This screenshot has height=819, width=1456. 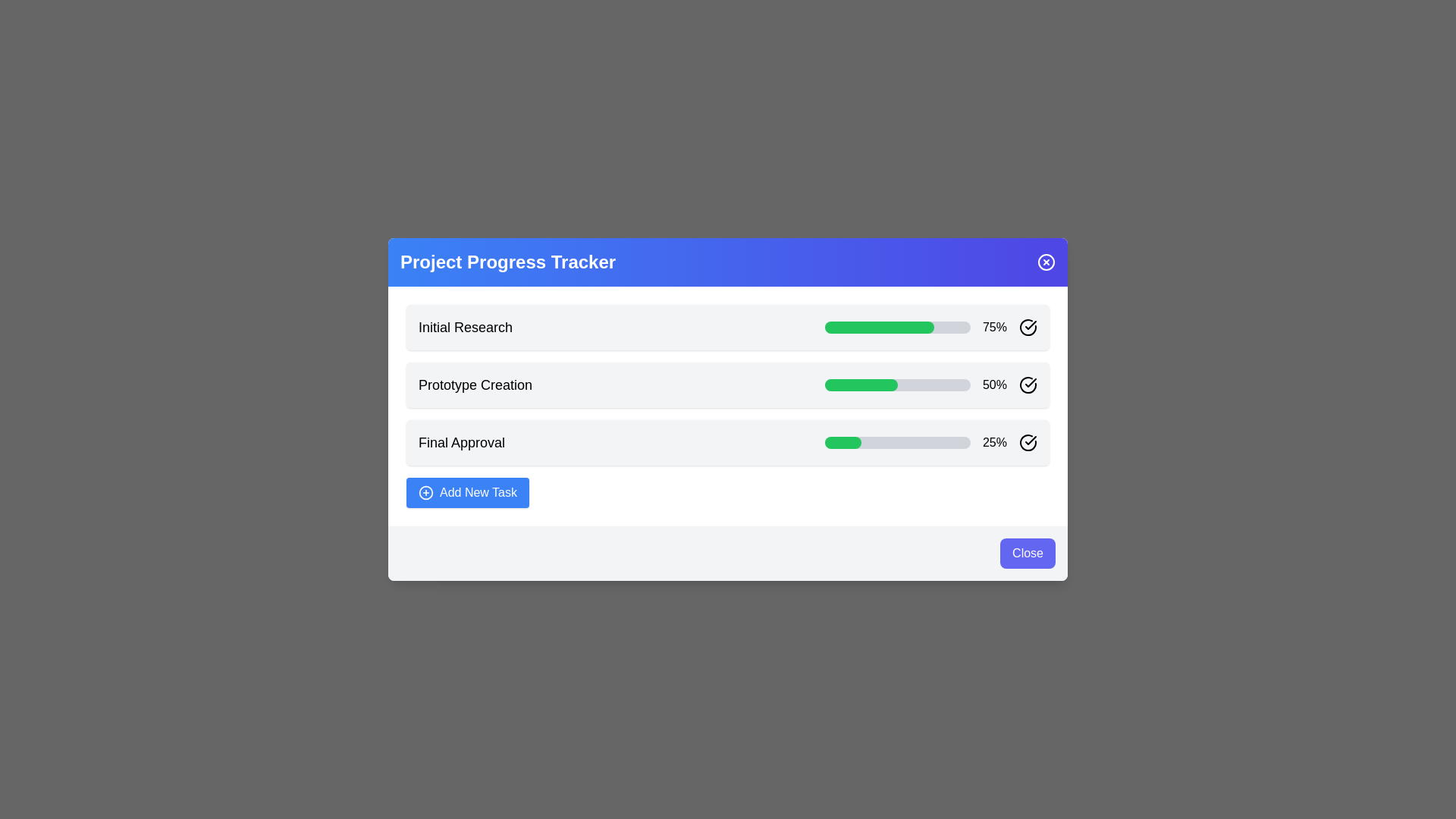 I want to click on visual state of the filled progress bar indicating 50% completion for the 'Prototype Creation' task in the 'Project Progress Tracker' panel, so click(x=861, y=384).